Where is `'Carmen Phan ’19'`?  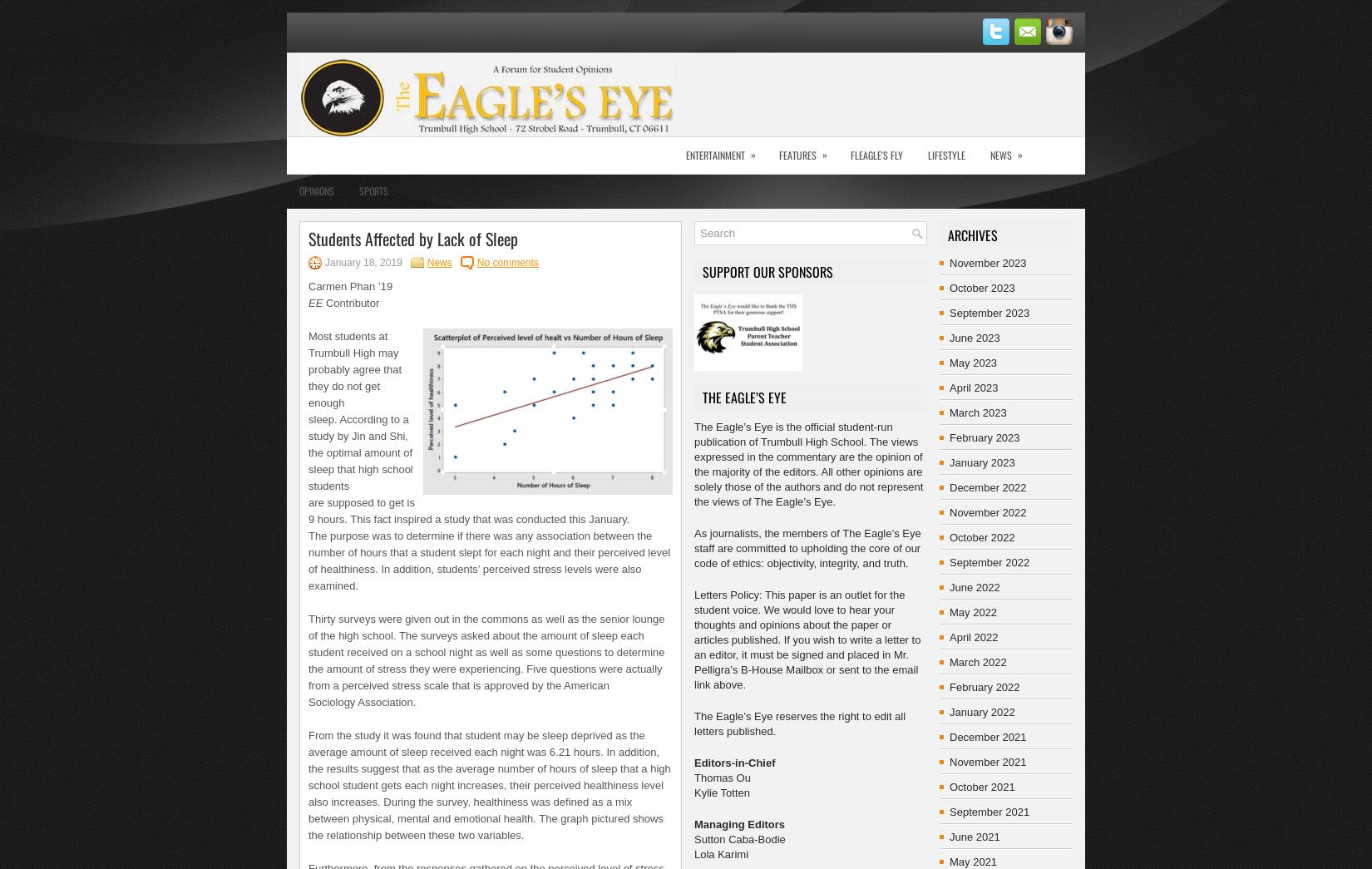 'Carmen Phan ’19' is located at coordinates (349, 286).